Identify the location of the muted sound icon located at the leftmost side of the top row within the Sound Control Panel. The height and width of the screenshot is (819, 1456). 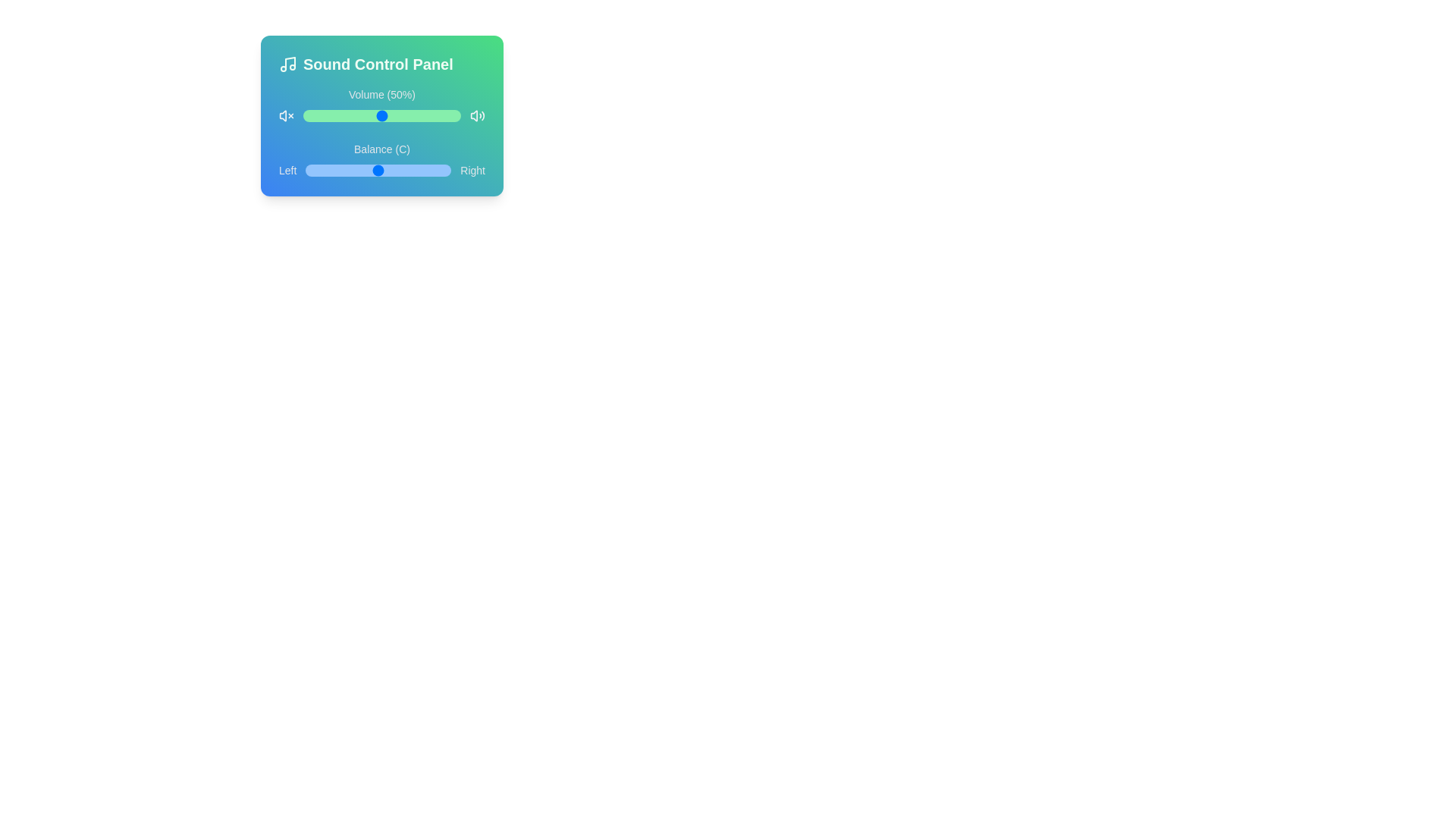
(287, 115).